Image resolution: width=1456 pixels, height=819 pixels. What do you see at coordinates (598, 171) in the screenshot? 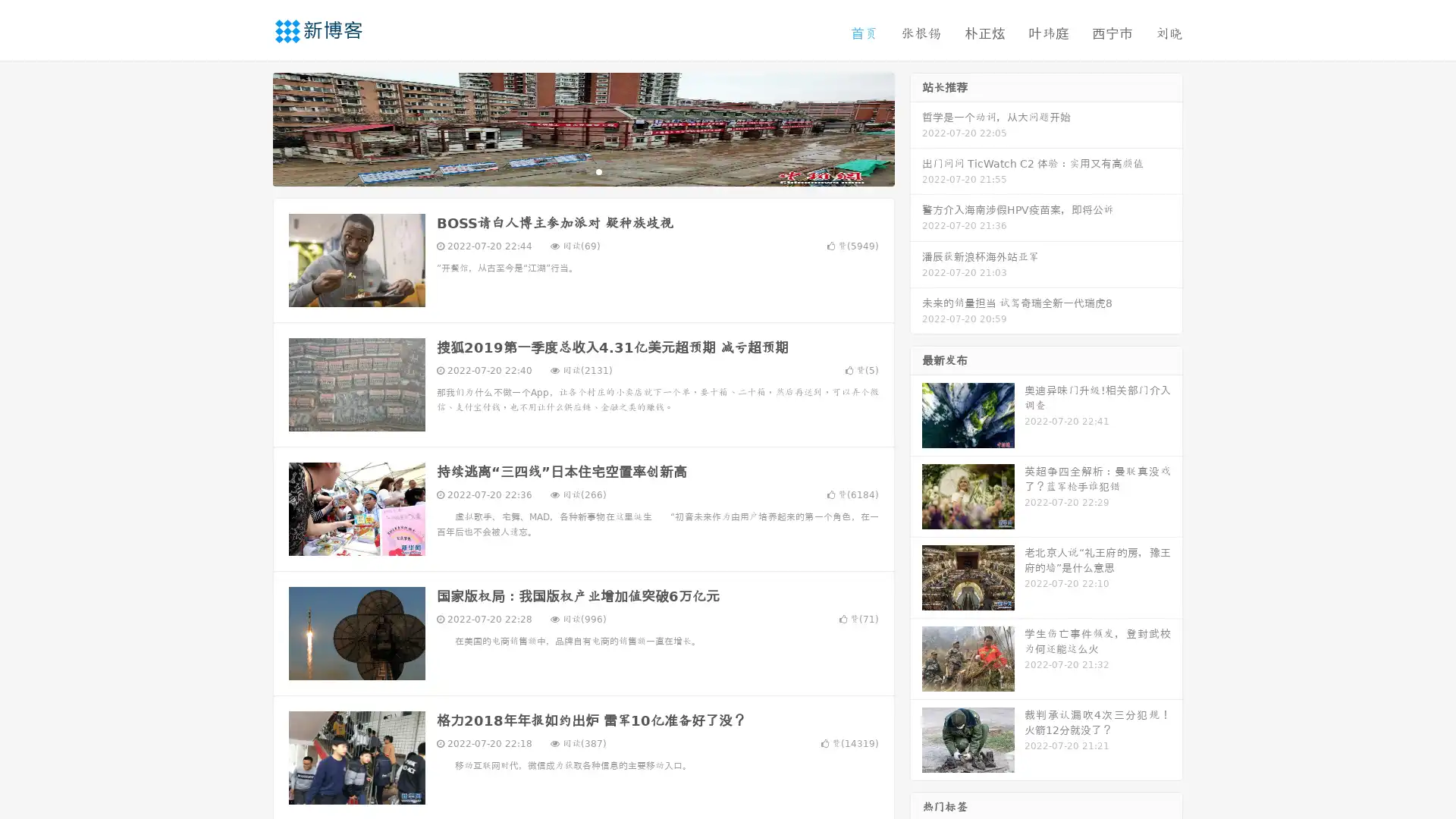
I see `Go to slide 3` at bounding box center [598, 171].